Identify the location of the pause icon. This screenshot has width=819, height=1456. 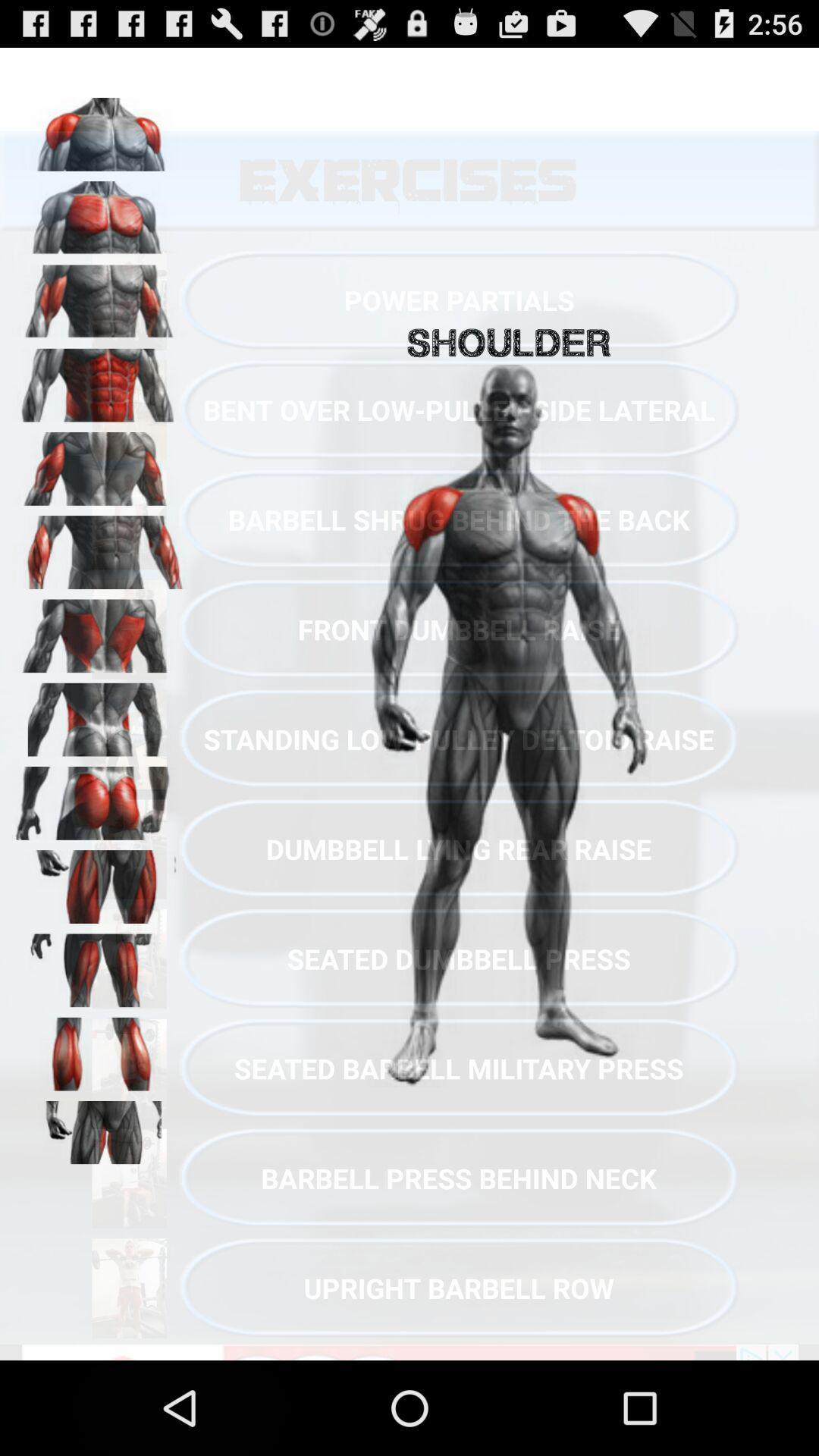
(99, 1122).